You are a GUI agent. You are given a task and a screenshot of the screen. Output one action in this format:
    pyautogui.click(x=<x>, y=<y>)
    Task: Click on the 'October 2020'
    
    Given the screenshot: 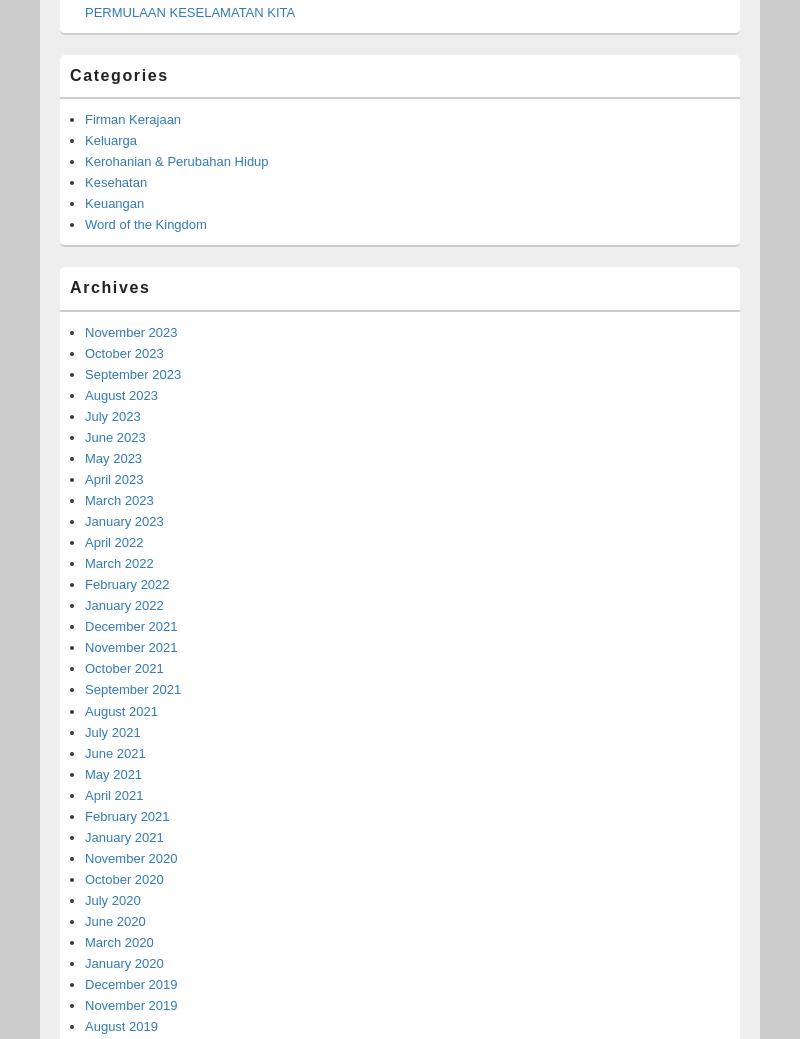 What is the action you would take?
    pyautogui.click(x=123, y=878)
    